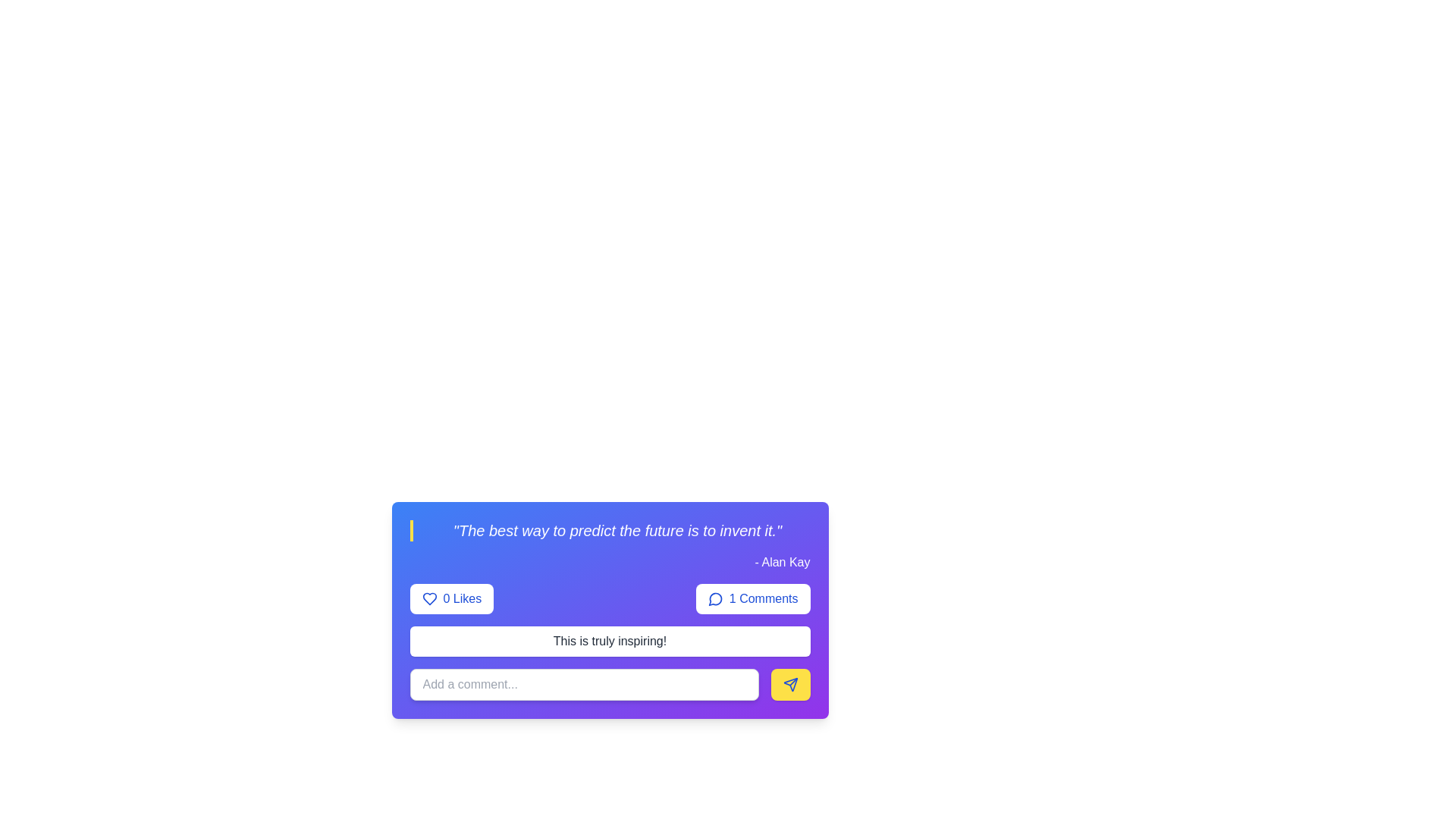 The height and width of the screenshot is (819, 1456). What do you see at coordinates (753, 598) in the screenshot?
I see `the button with white background and blue text labeled '1 Comments', which has a speech bubble icon` at bounding box center [753, 598].